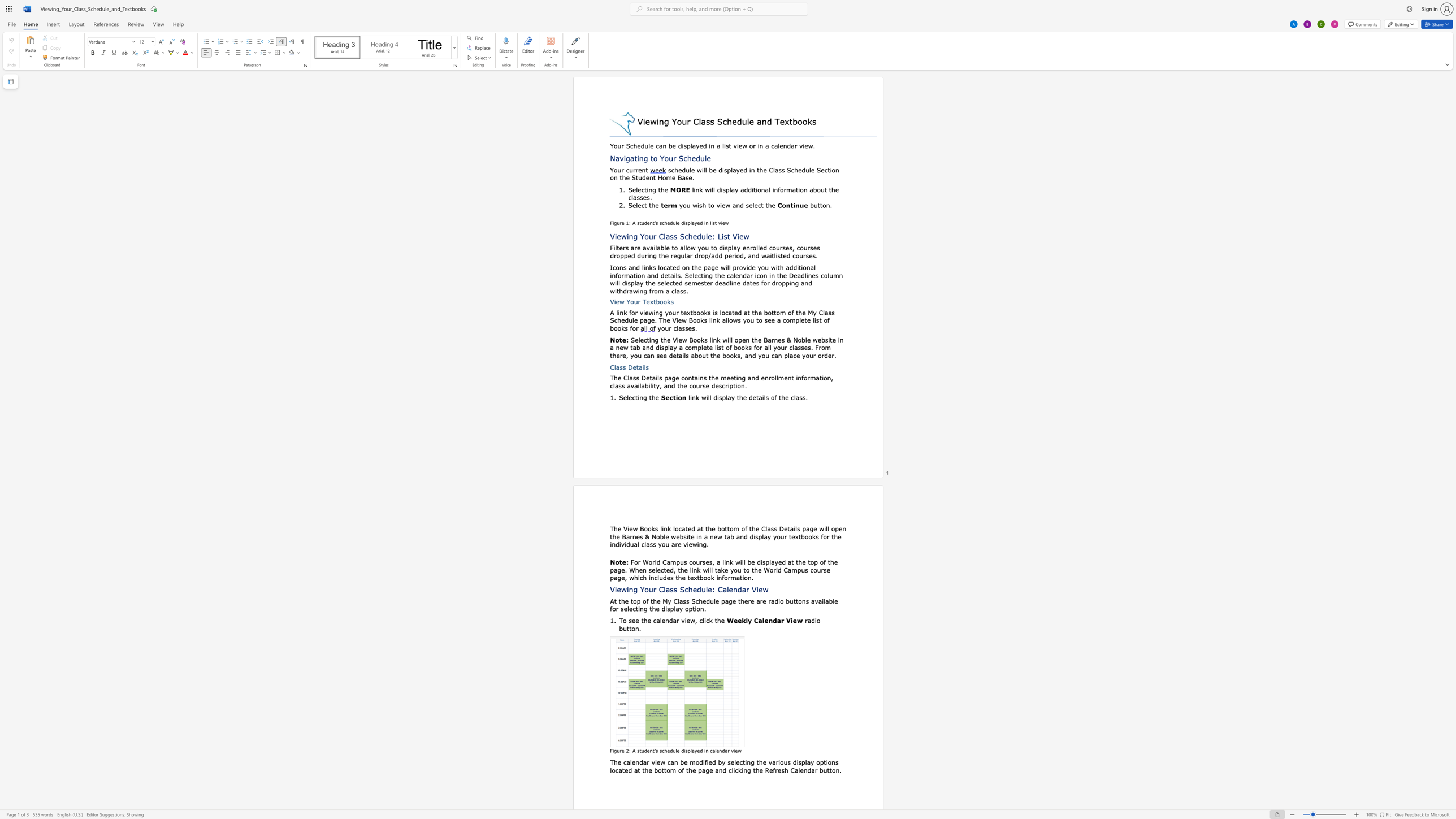 The width and height of the screenshot is (1456, 819). What do you see at coordinates (728, 319) in the screenshot?
I see `the 5th character "l" in the text` at bounding box center [728, 319].